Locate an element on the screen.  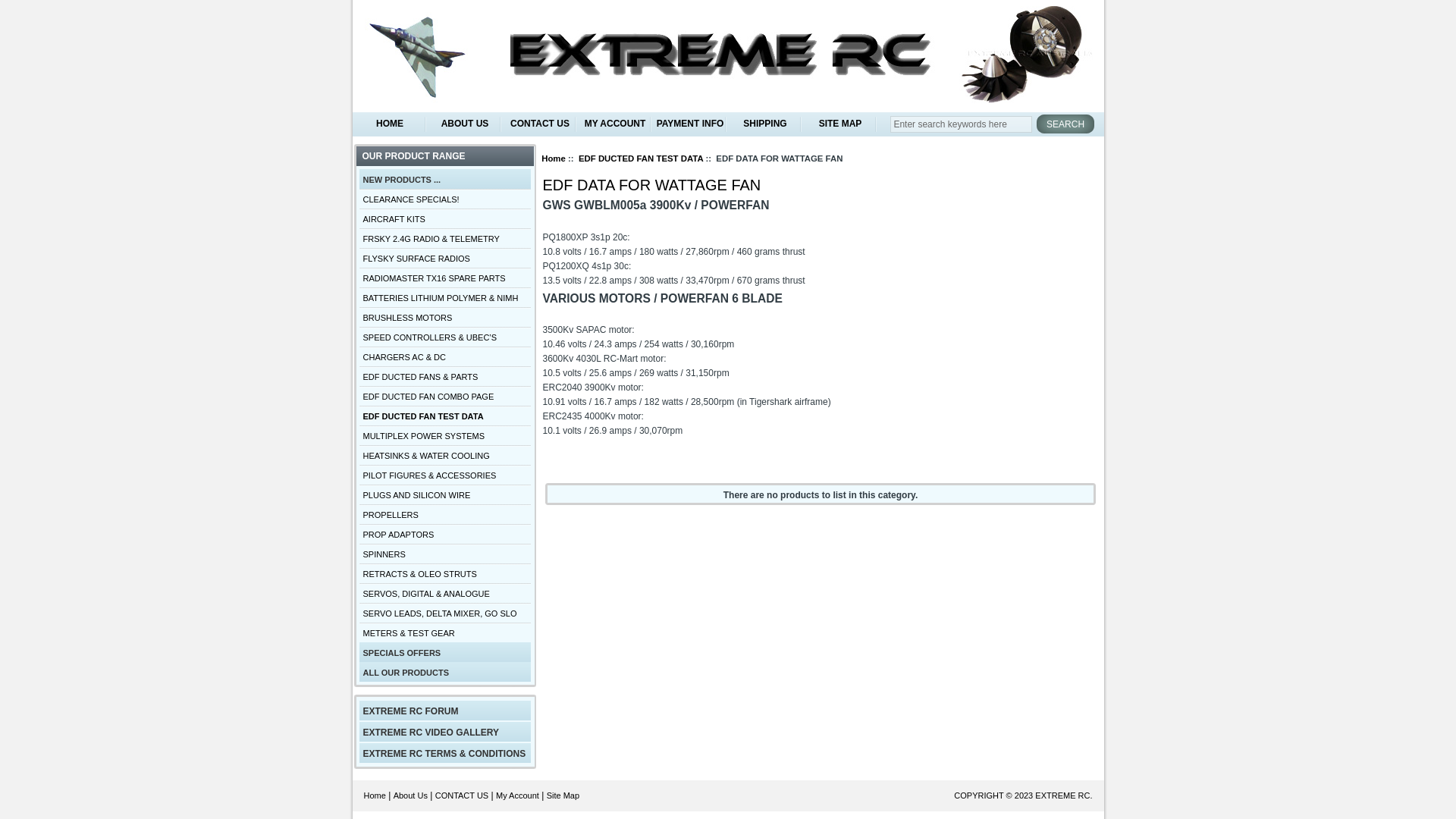
'CLEARANCE SPECIALS!' is located at coordinates (359, 198).